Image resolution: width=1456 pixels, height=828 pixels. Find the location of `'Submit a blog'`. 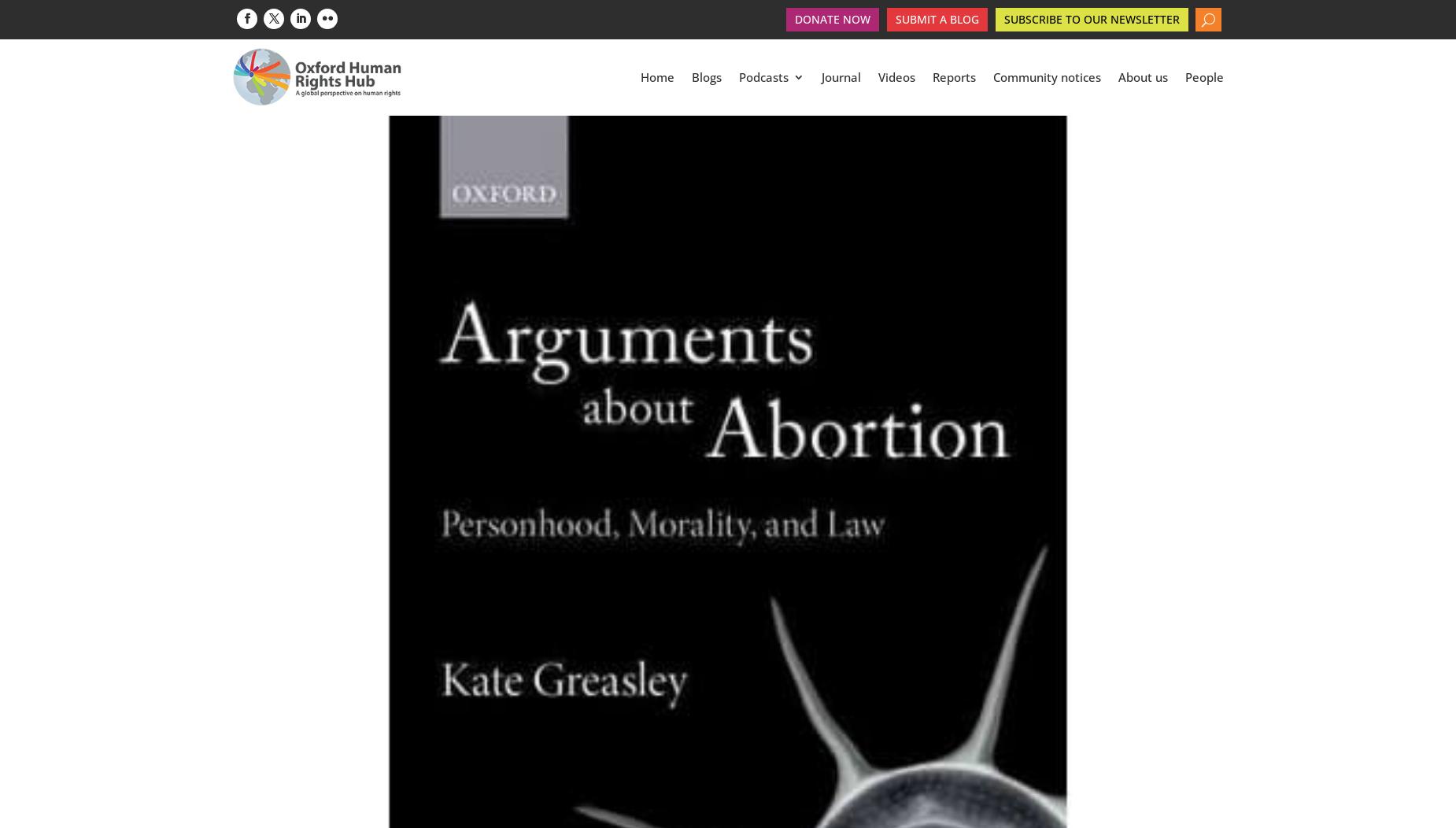

'Submit a blog' is located at coordinates (935, 19).